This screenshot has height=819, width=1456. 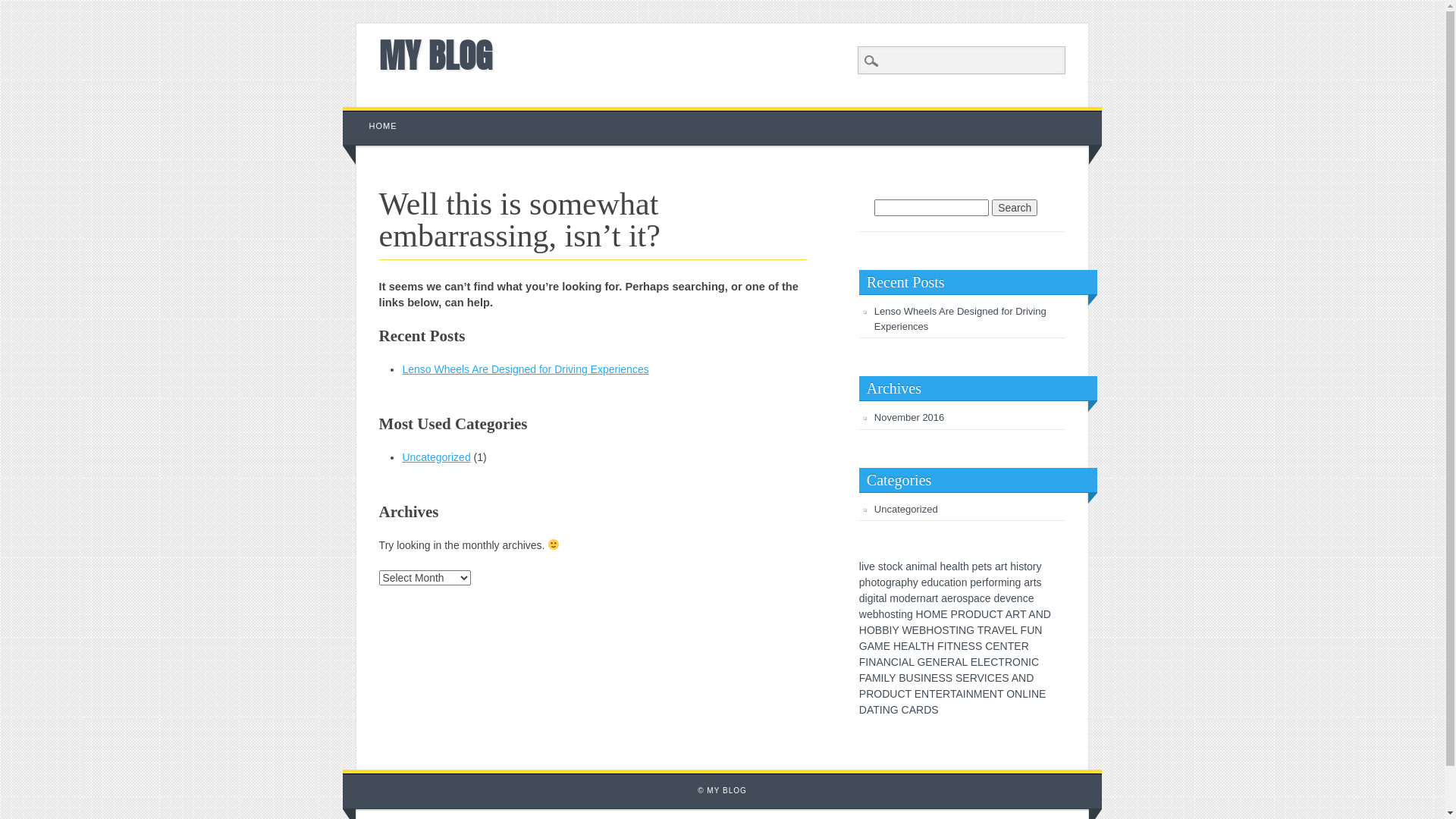 I want to click on 'C', so click(x=905, y=710).